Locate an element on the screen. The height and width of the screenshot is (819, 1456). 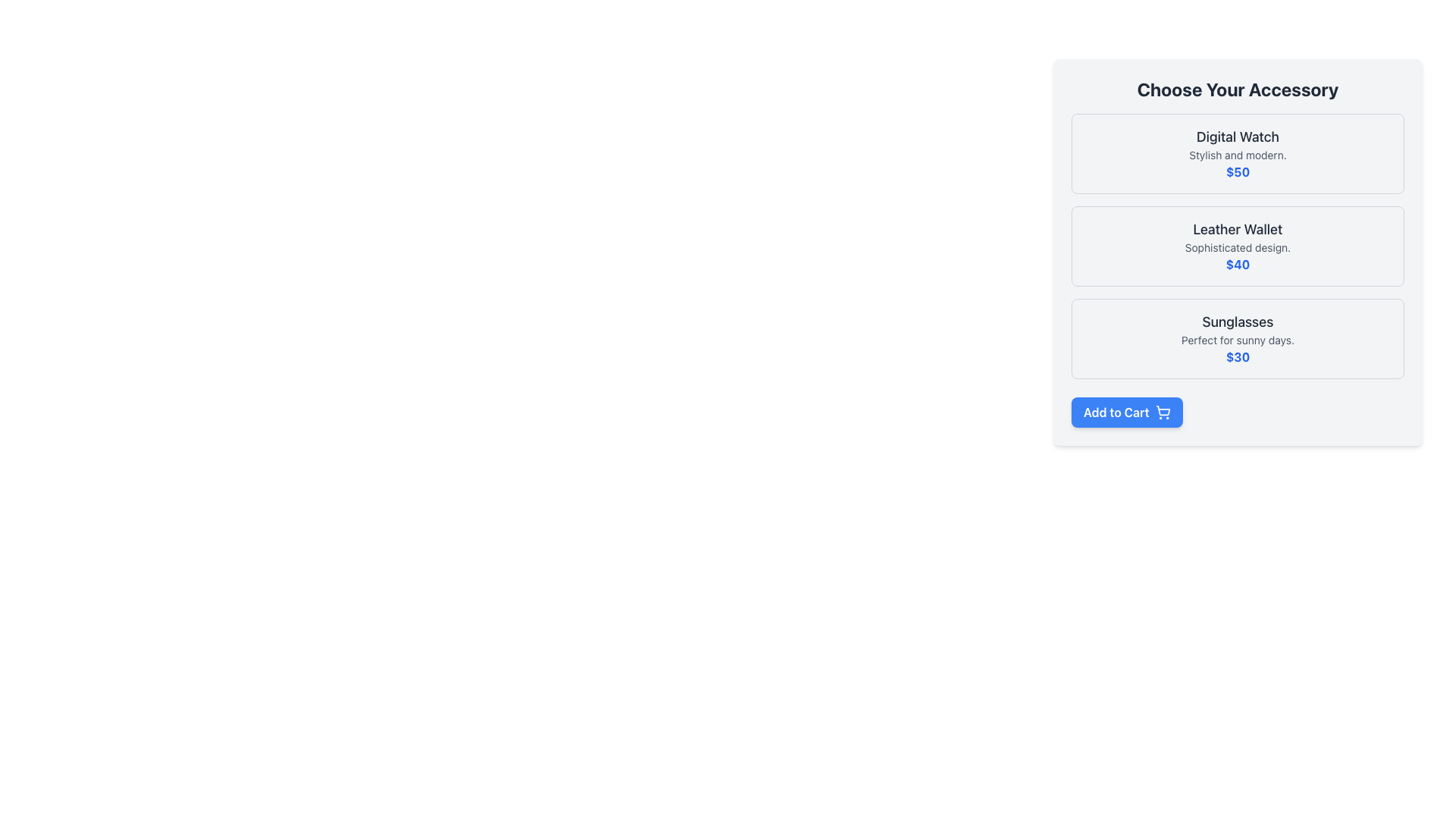
static text element displaying the price '$50', which is styled in bold and blue, located below the subtitle 'Stylish and modern.' of the 'Digital Watch' product option is located at coordinates (1238, 171).